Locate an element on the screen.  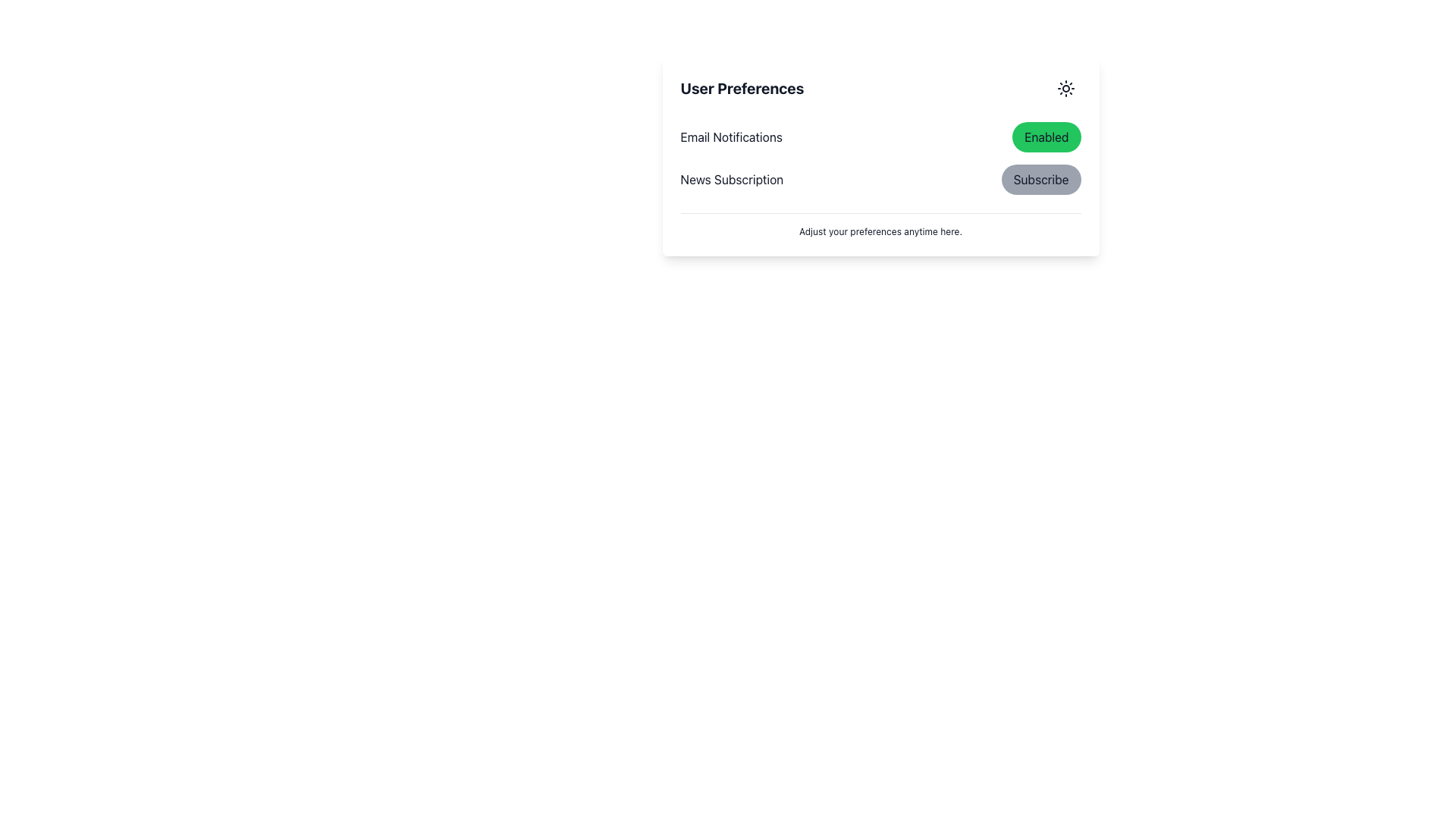
the 'Email Notifications' text label, which describes the related toggle for email notifications settings is located at coordinates (731, 137).